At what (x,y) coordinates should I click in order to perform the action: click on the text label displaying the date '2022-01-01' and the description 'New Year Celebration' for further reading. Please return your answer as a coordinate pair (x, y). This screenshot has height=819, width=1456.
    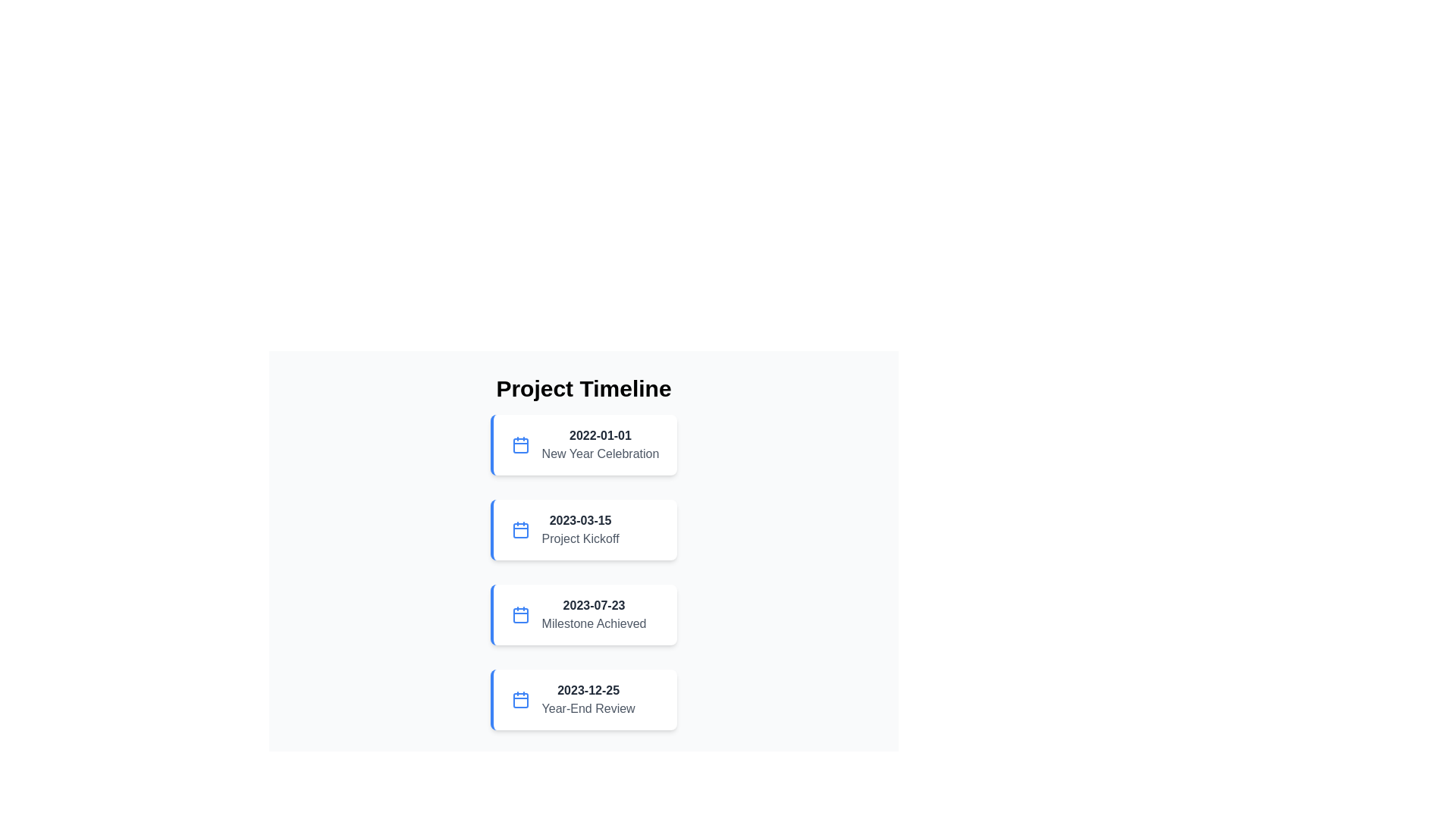
    Looking at the image, I should click on (600, 444).